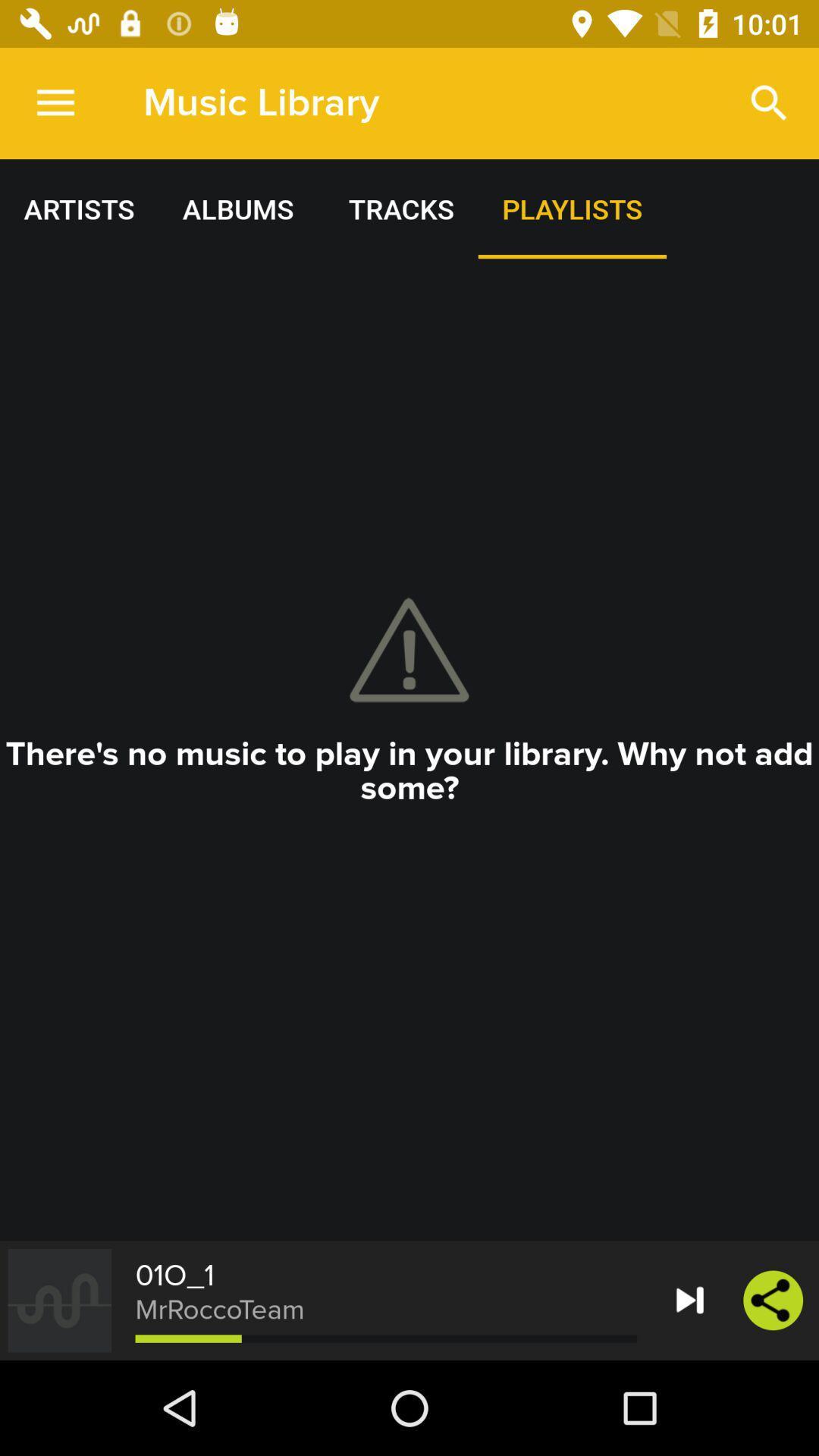 The height and width of the screenshot is (1456, 819). I want to click on the item to the right of music library icon, so click(769, 102).